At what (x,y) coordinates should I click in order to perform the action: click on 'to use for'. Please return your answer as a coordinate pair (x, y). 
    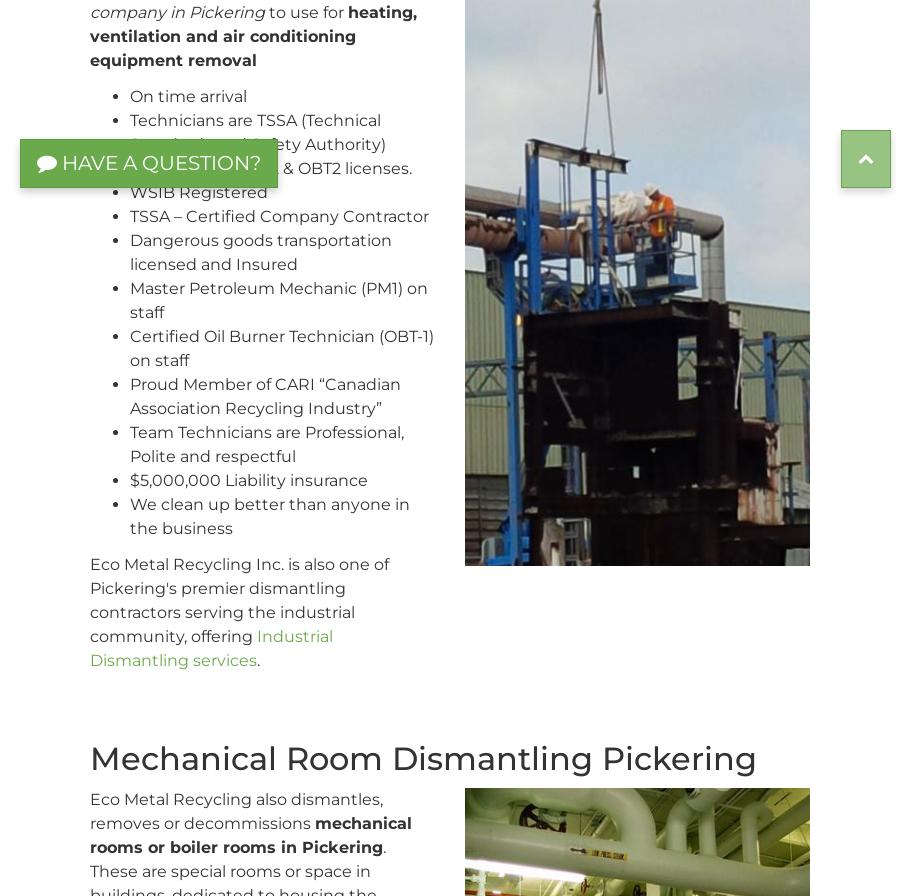
    Looking at the image, I should click on (305, 11).